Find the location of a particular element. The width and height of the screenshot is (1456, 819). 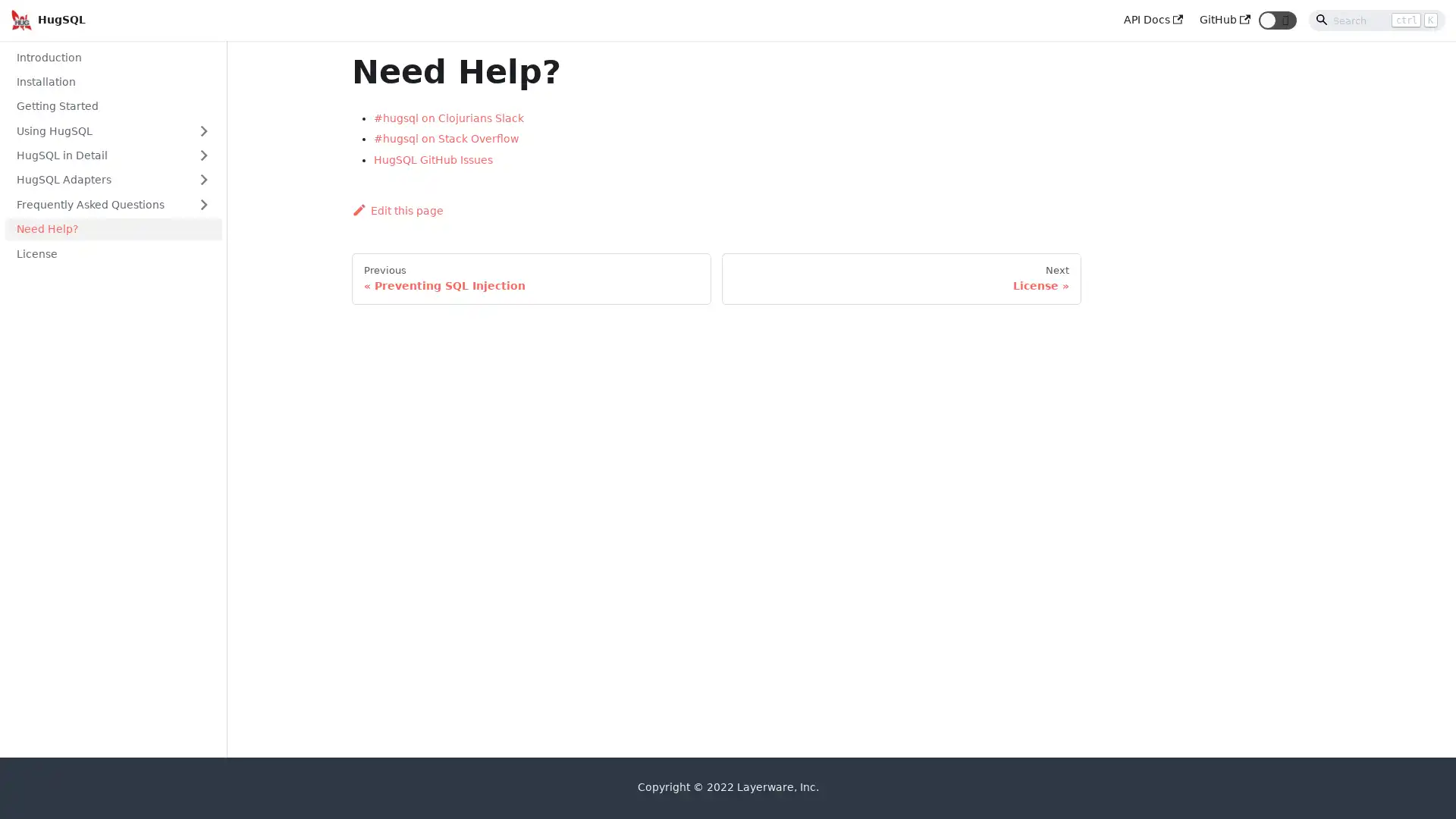

Toggle the collapsible sidebar category 'HugSQL Adapters' is located at coordinates (202, 178).